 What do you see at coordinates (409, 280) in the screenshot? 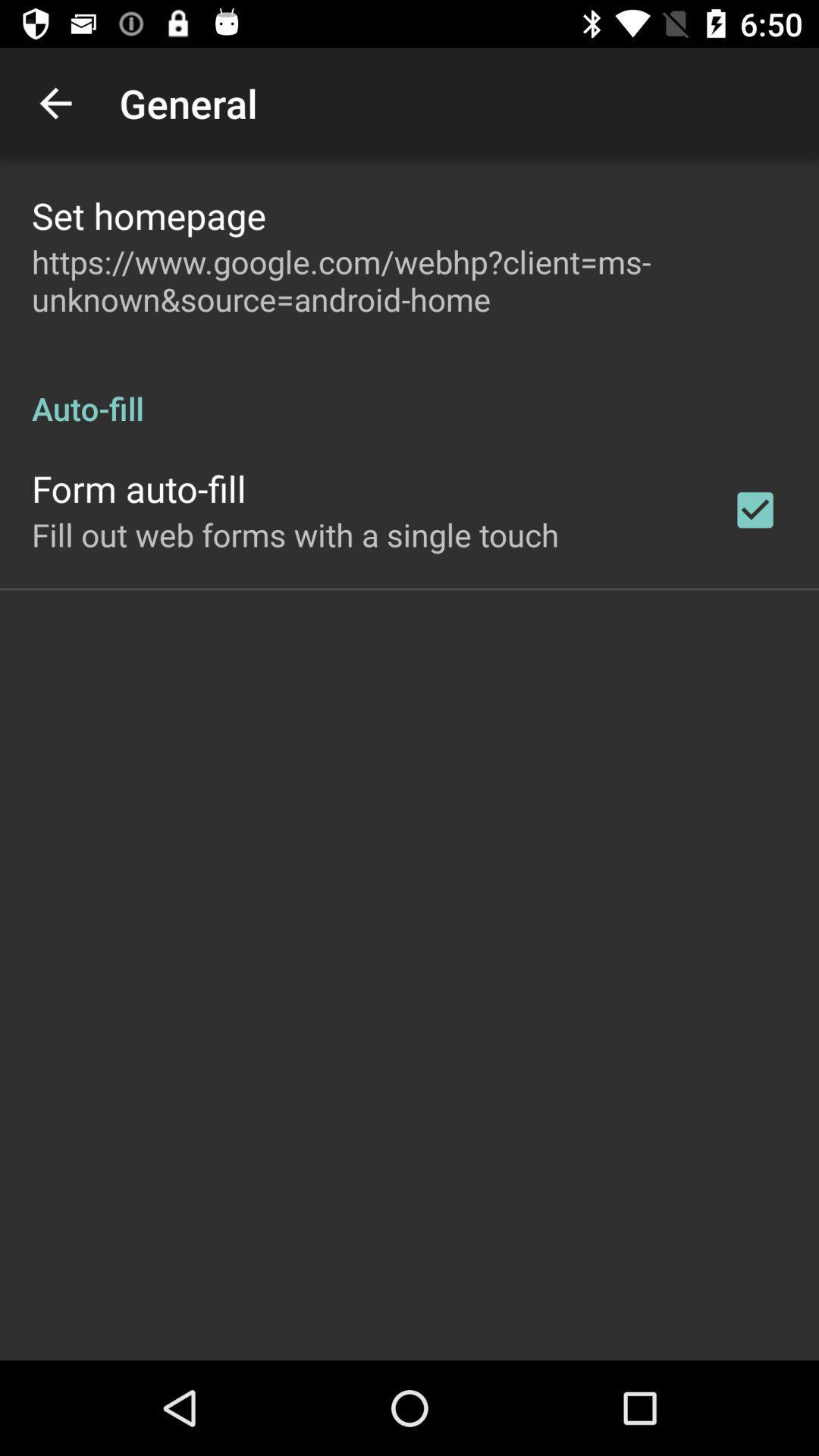
I see `the icon below the set homepage` at bounding box center [409, 280].